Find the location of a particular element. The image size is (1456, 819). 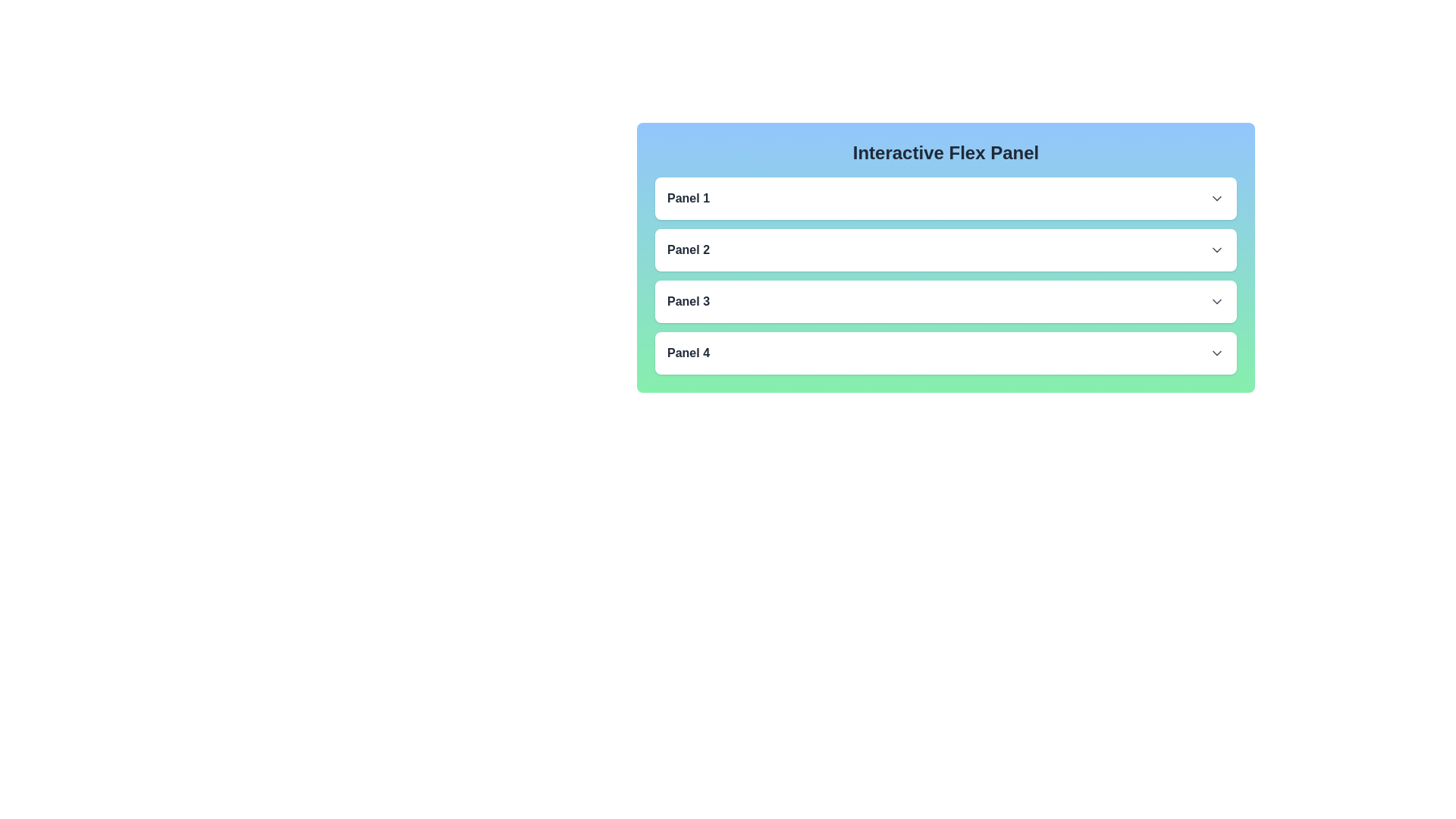

text content of the 'Panel 1' label, which is displayed in bold dark gray on a light background within the header row of the first collapsible panel is located at coordinates (687, 198).